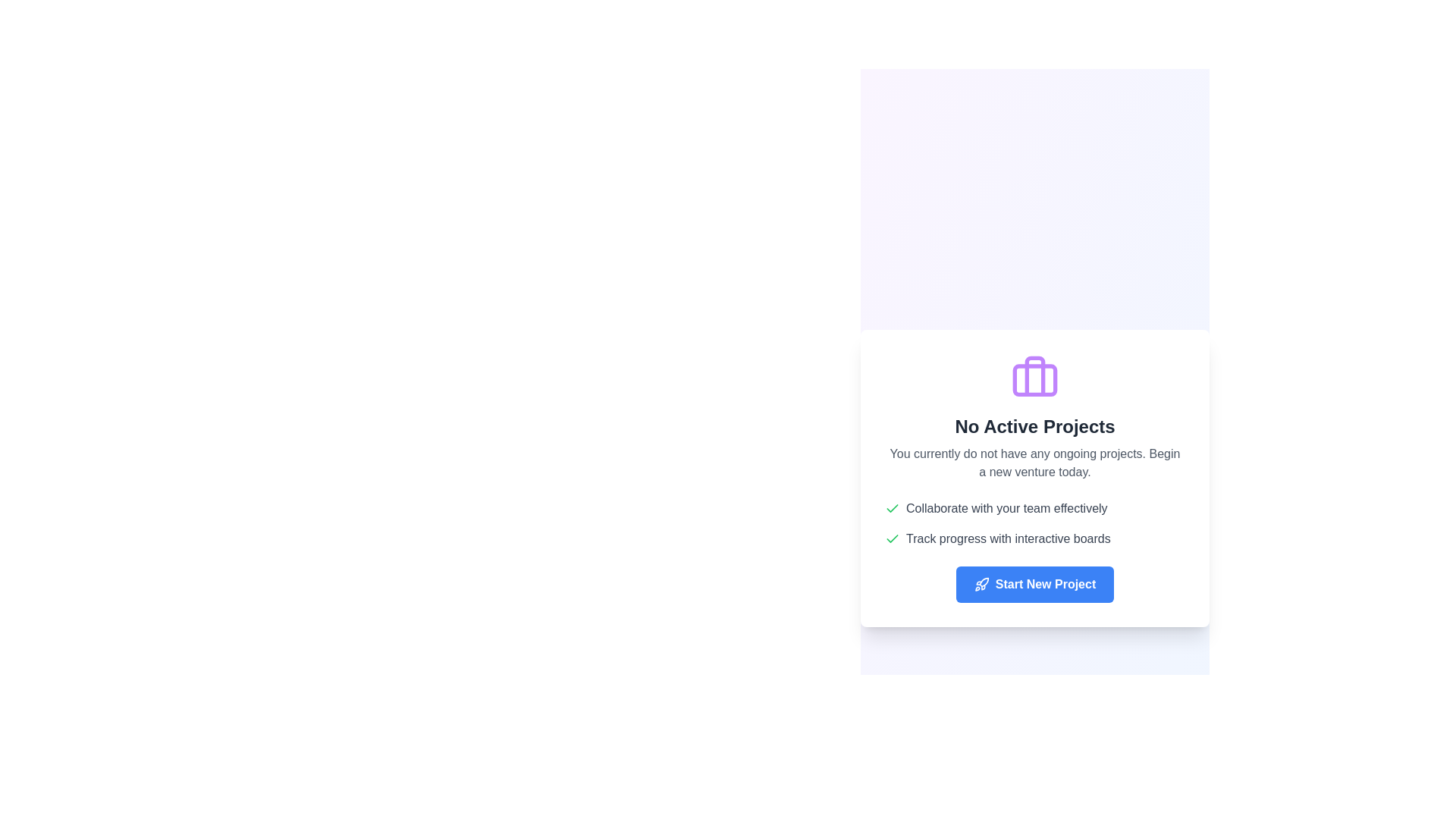  Describe the element at coordinates (892, 509) in the screenshot. I see `the completed icon that represents the feature 'Collaborate with your team effectively', located left aligned to the corresponding text in the 'No Active Projects' section` at that location.